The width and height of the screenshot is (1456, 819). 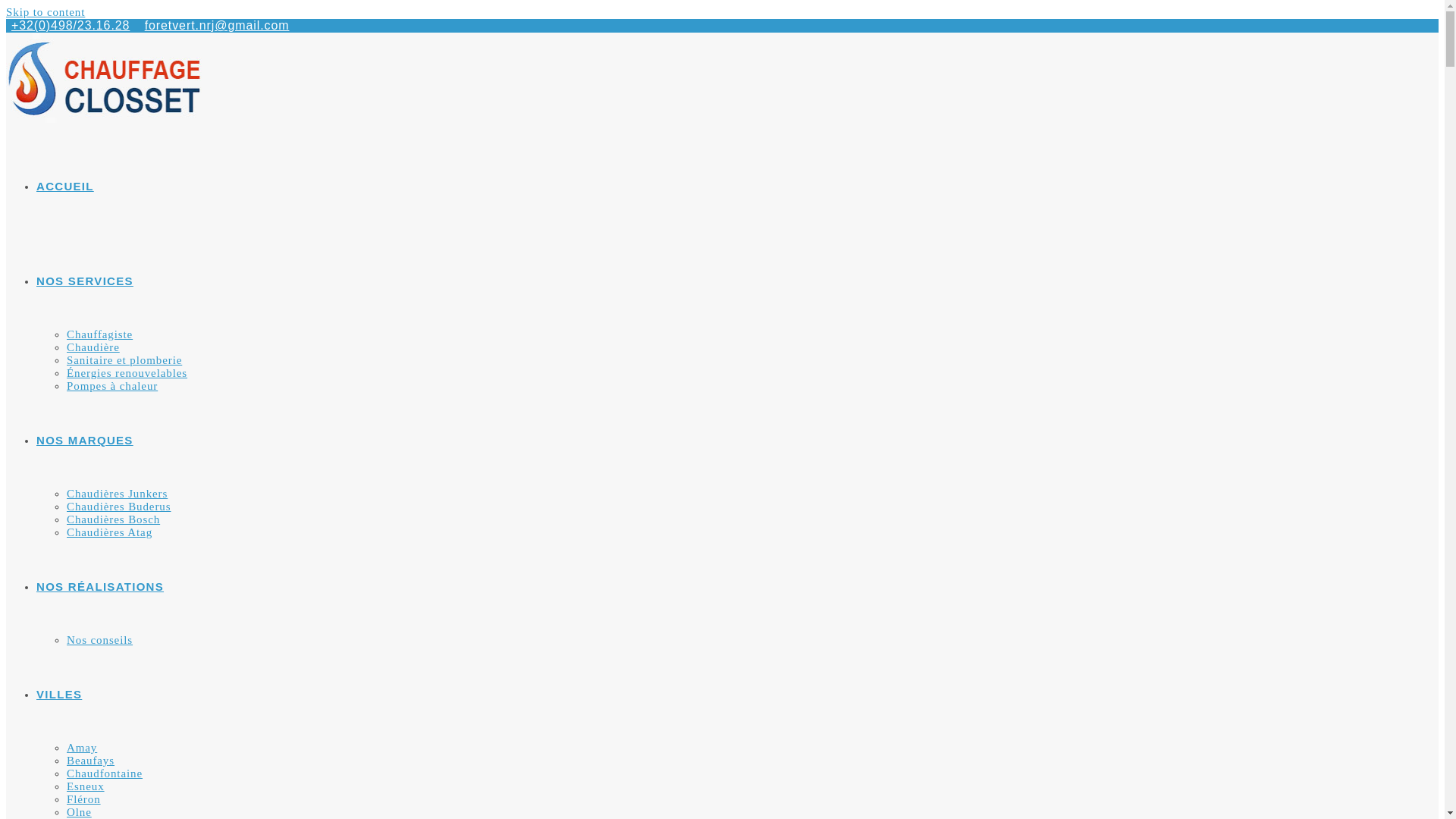 I want to click on 'Nos conseils', so click(x=99, y=640).